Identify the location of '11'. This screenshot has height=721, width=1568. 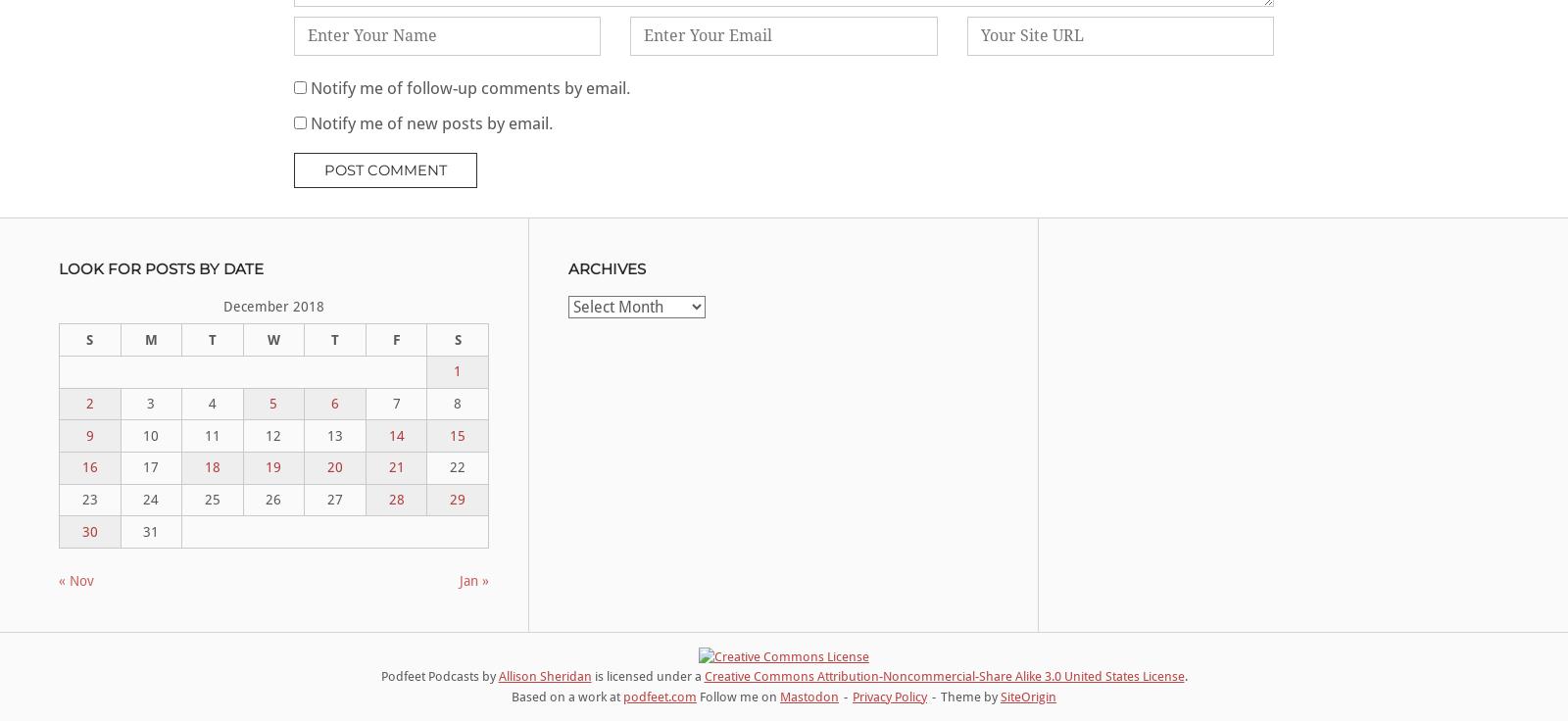
(212, 435).